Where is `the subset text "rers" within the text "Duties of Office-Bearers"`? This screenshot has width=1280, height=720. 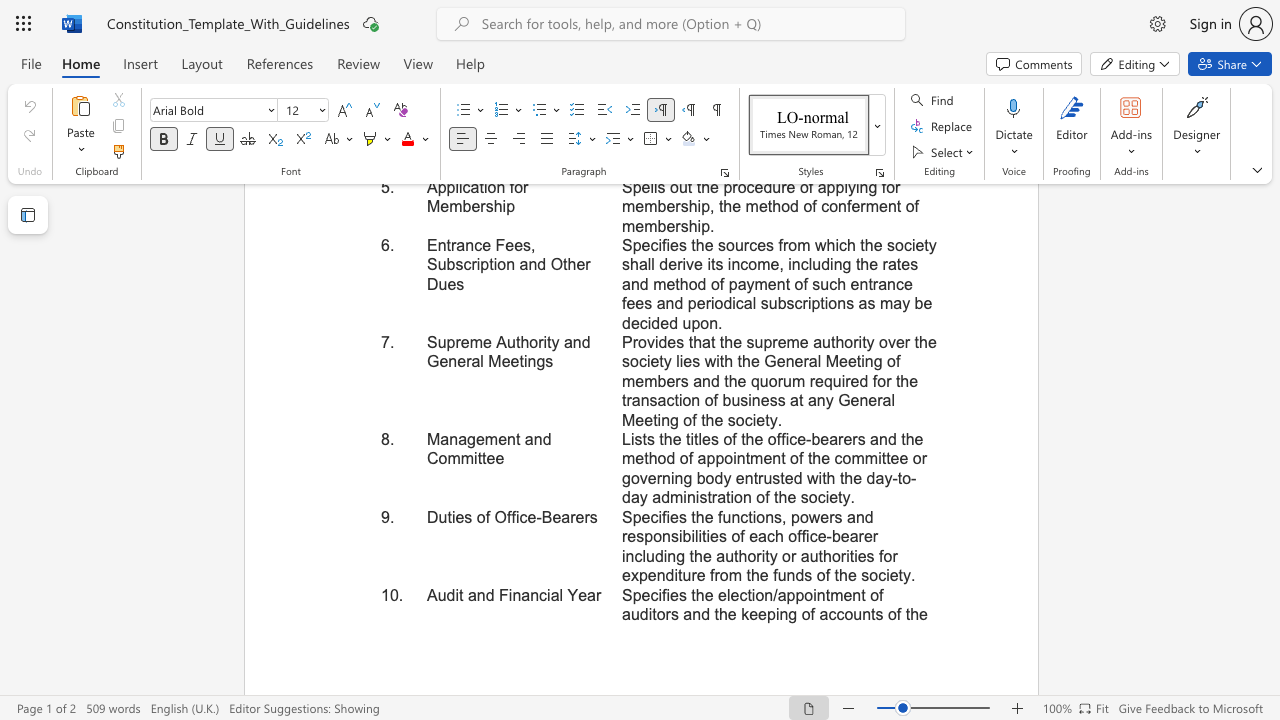
the subset text "rers" within the text "Duties of Office-Bearers" is located at coordinates (569, 516).